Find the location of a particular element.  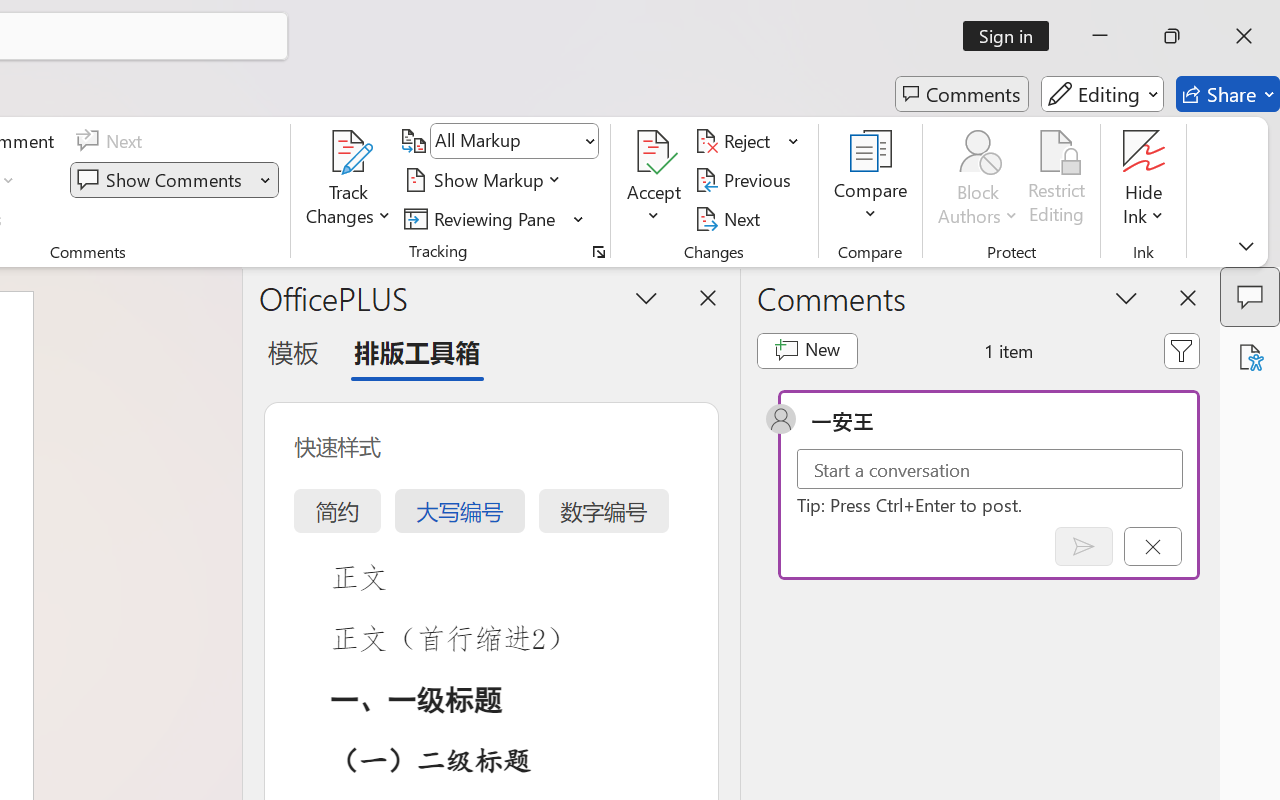

'Compare' is located at coordinates (871, 179).